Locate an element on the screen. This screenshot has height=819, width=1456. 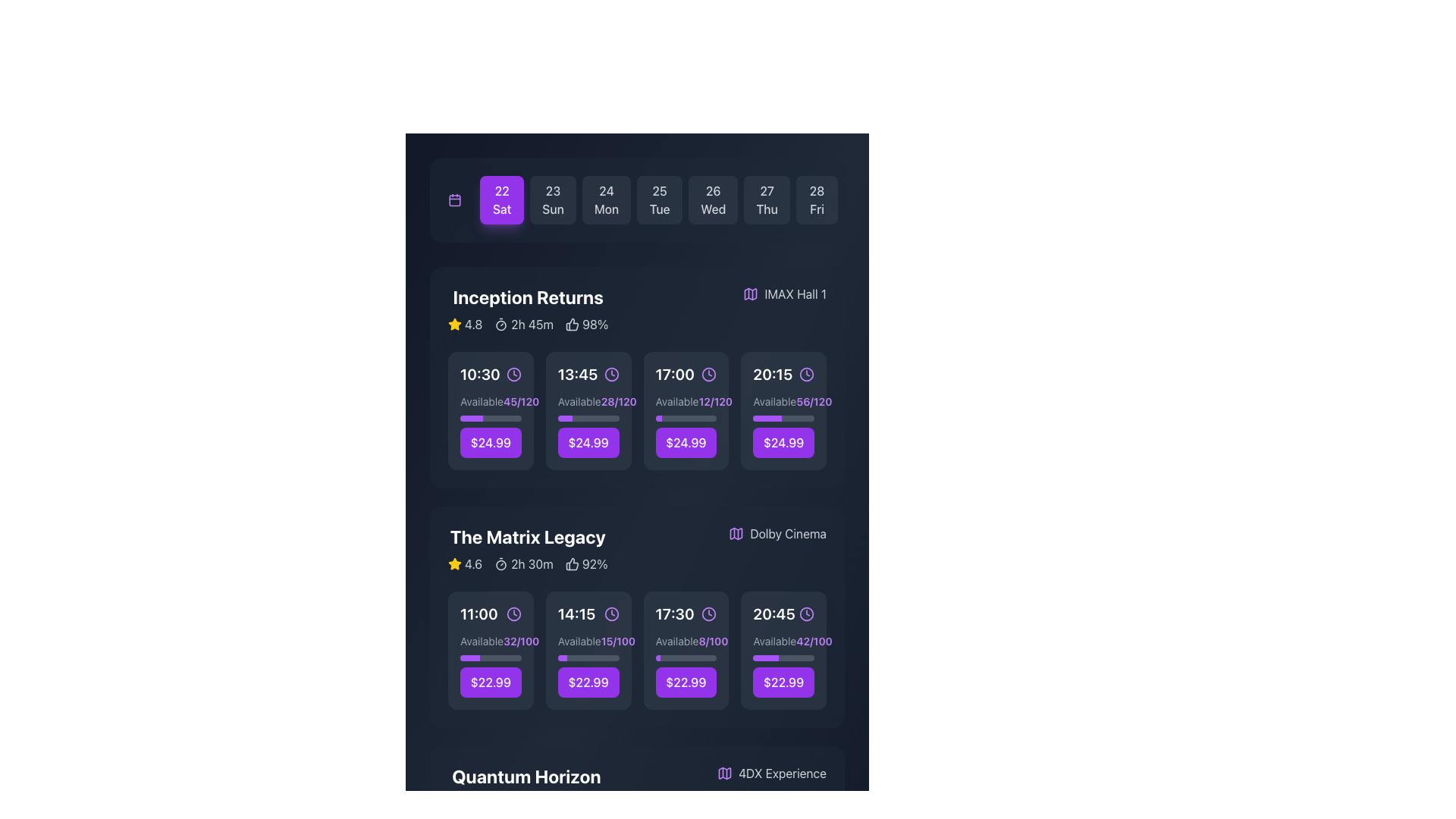
the Label with an icon that displays 'IMAX Hall 1', featuring a purple map icon and light gray text, located in the upper-right section of the ‘Inception Returns’ group is located at coordinates (785, 294).